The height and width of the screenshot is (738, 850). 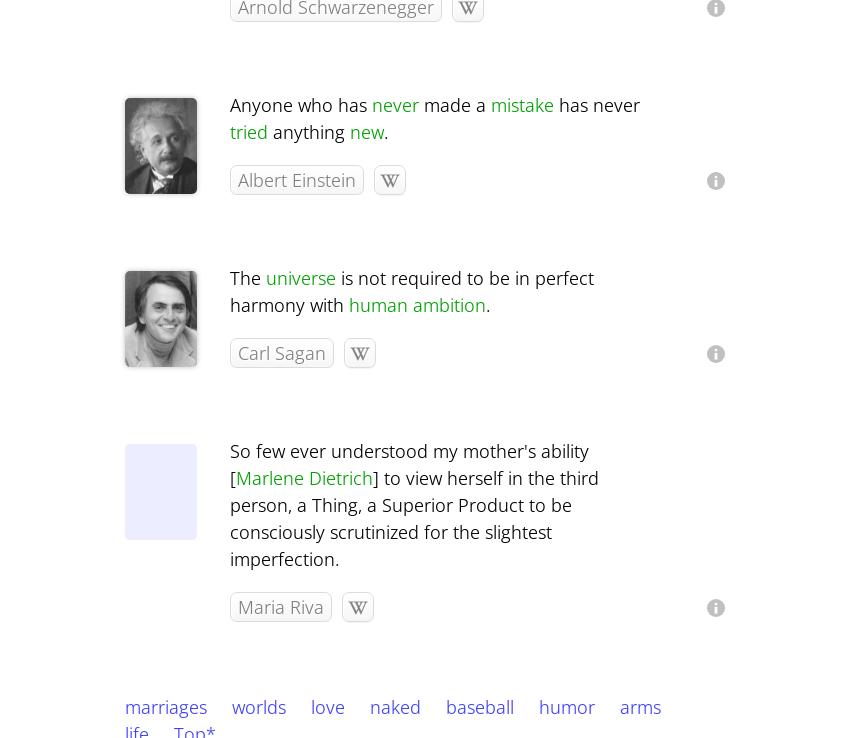 What do you see at coordinates (248, 278) in the screenshot?
I see `'The'` at bounding box center [248, 278].